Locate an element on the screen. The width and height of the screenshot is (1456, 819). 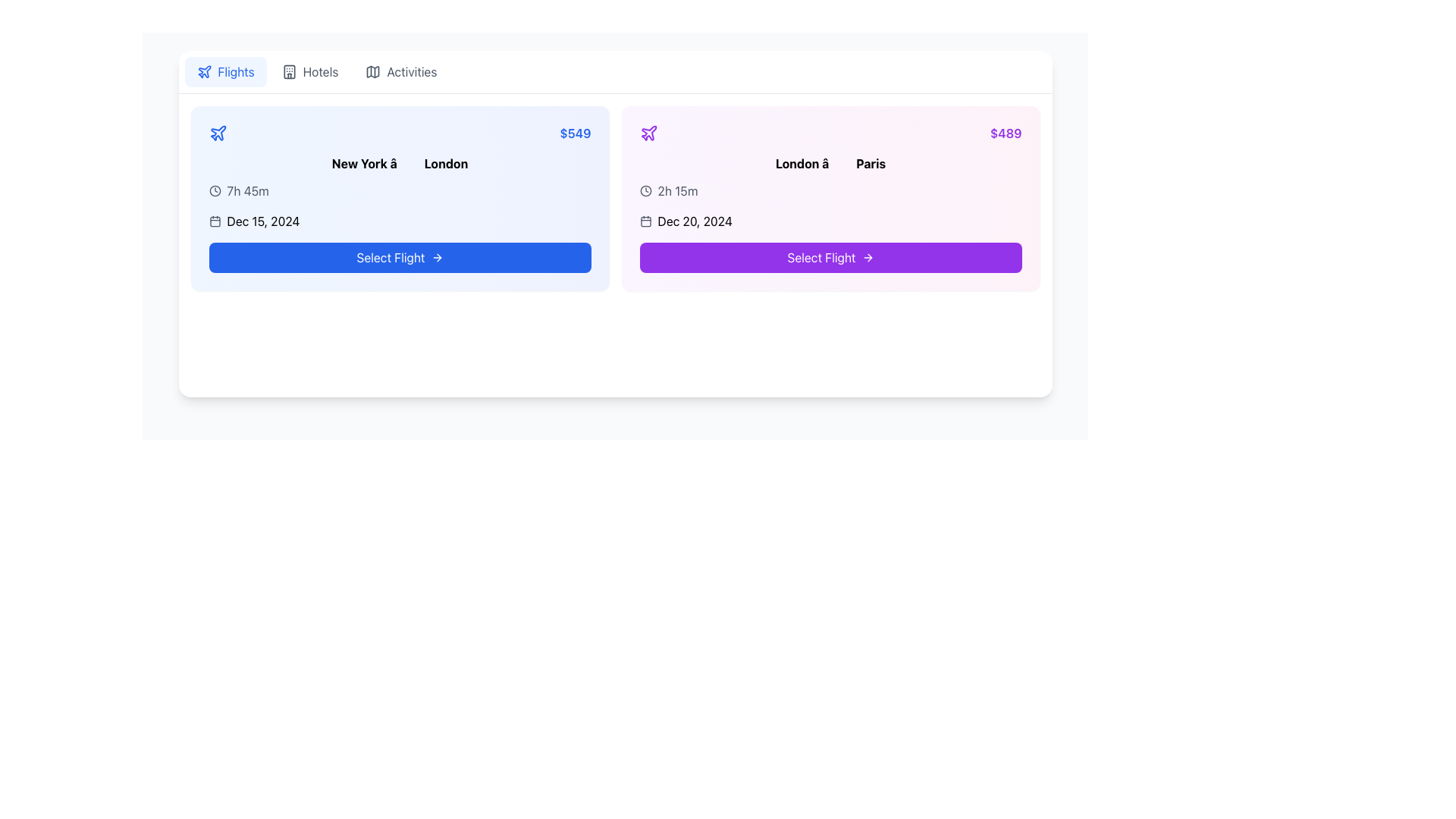
the navigational button located in the horizontal layout of three buttons, specifically the second button that directs users to the hotels section is located at coordinates (309, 72).